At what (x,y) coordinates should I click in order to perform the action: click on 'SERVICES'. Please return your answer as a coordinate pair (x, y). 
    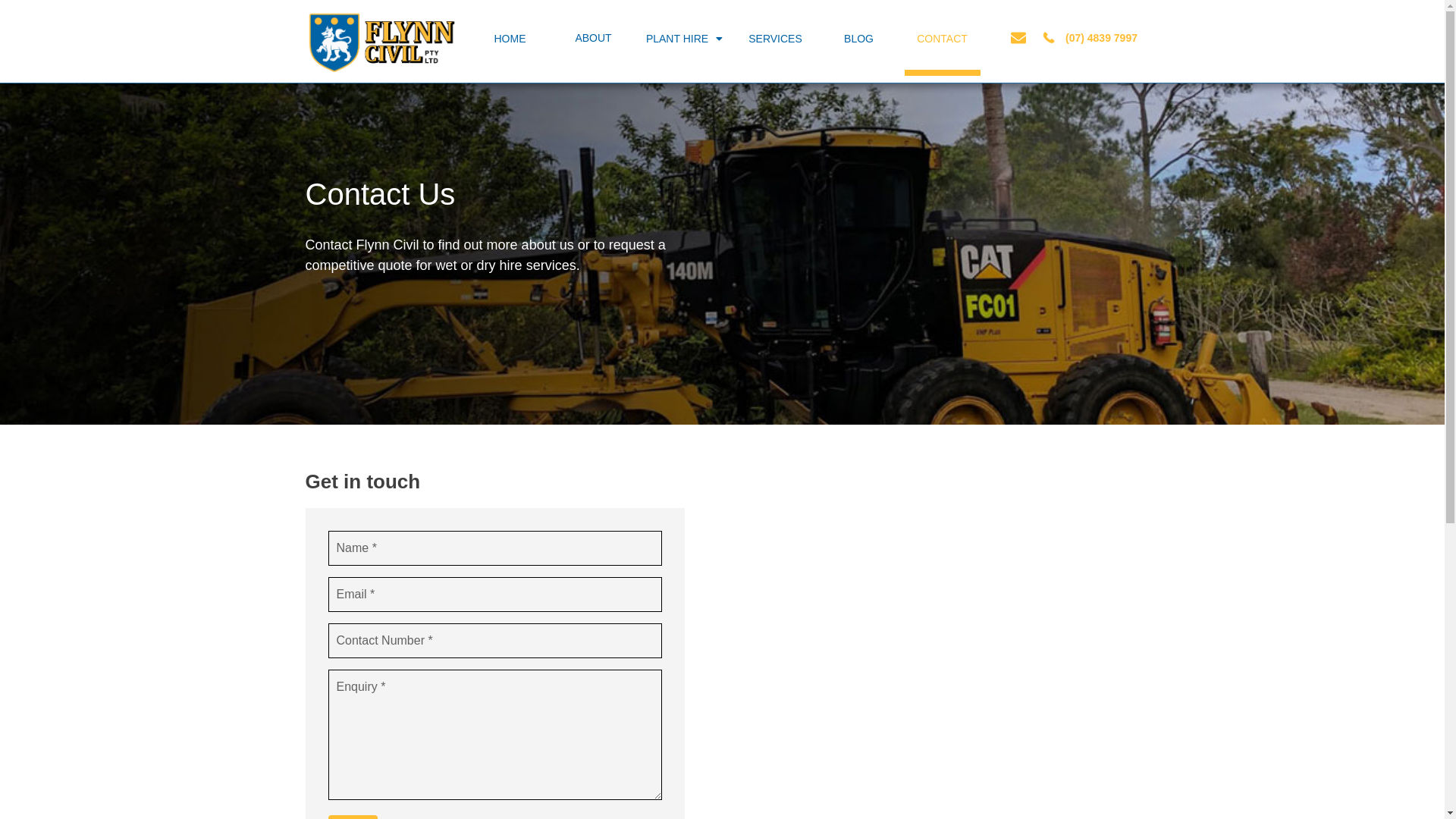
    Looking at the image, I should click on (736, 37).